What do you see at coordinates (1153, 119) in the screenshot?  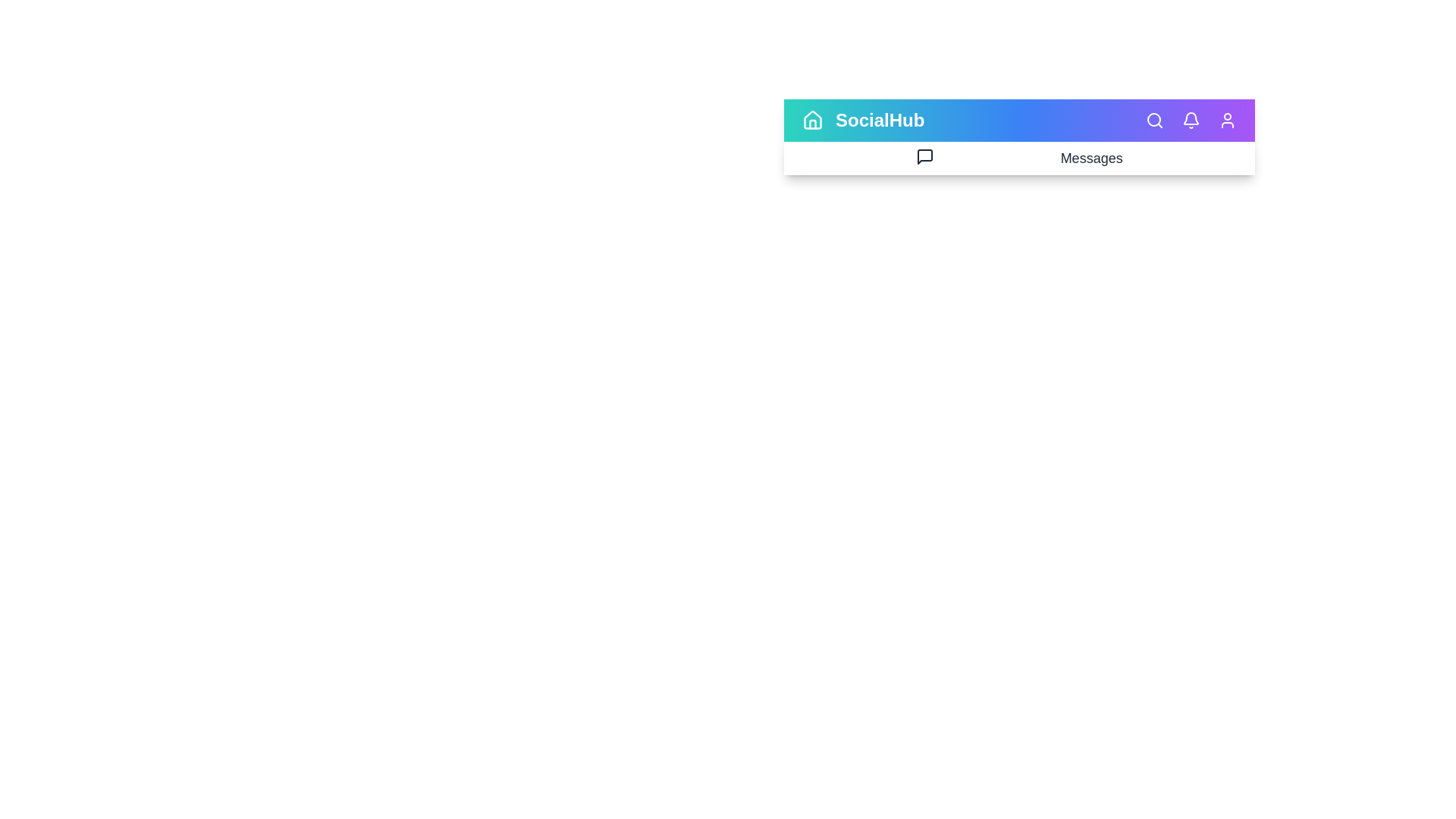 I see `the search icon in the SocialAppBar component to initiate a search` at bounding box center [1153, 119].